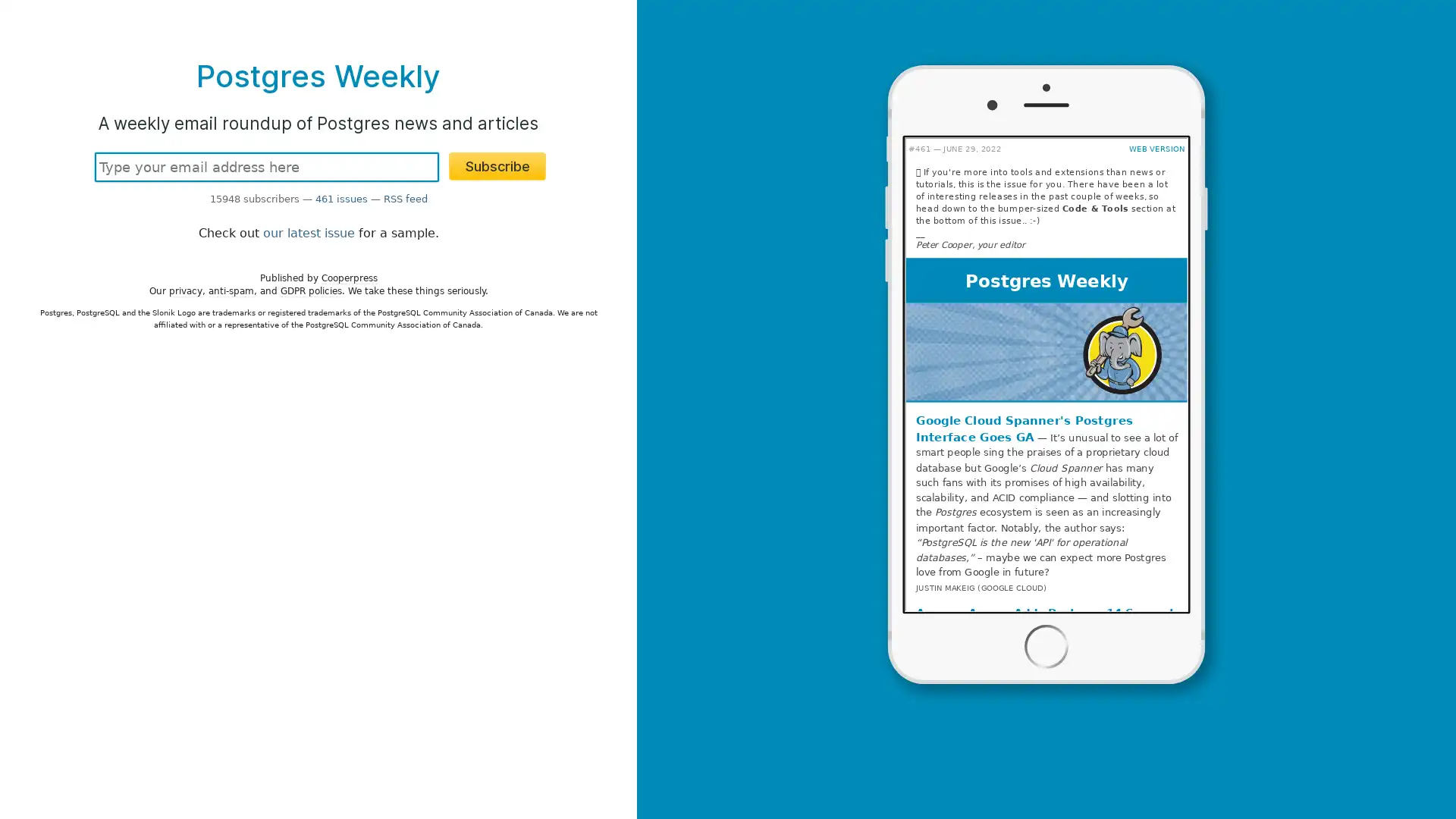 The height and width of the screenshot is (819, 1456). What do you see at coordinates (497, 166) in the screenshot?
I see `Subscribe` at bounding box center [497, 166].